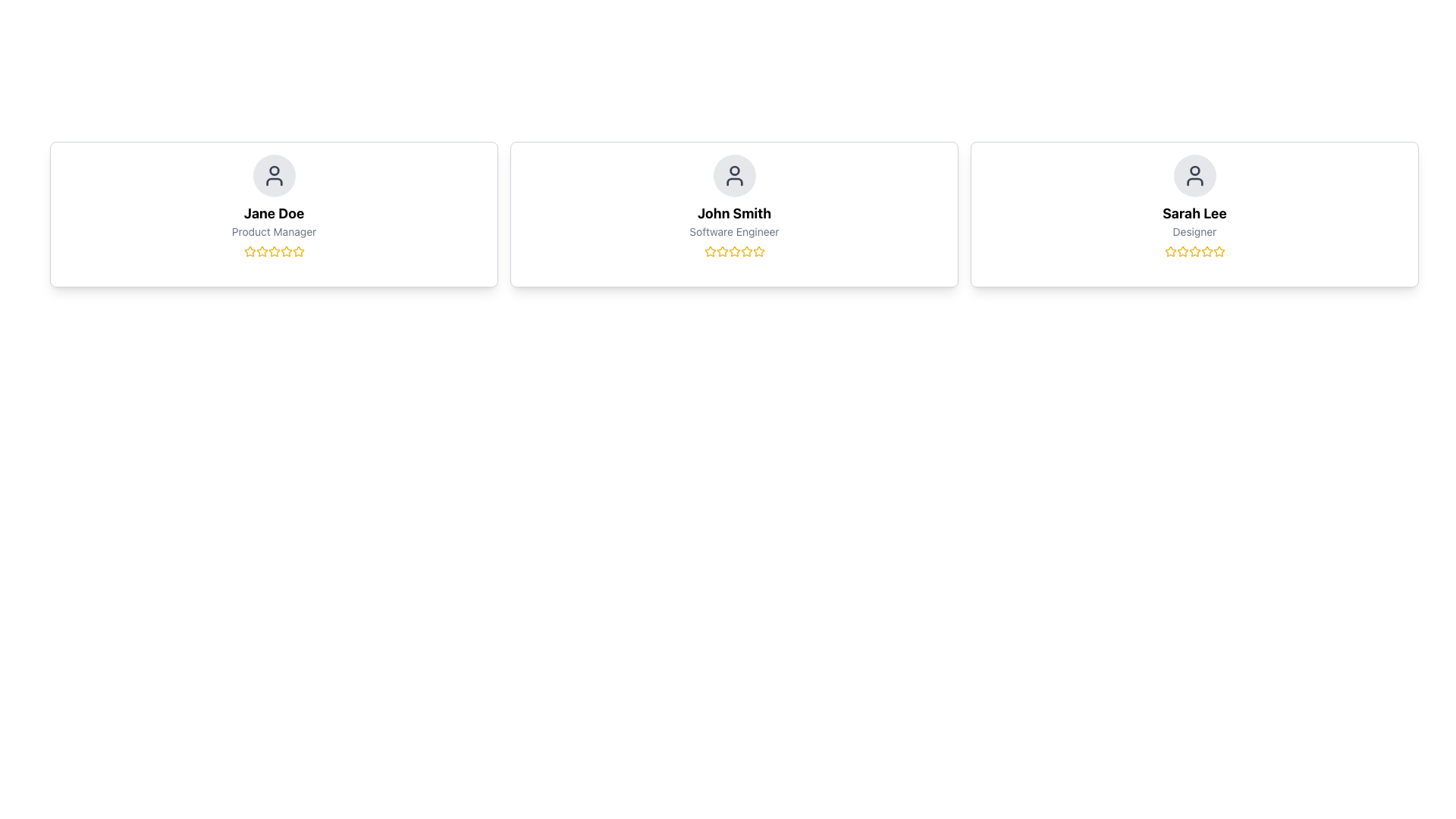 Image resolution: width=1456 pixels, height=819 pixels. What do you see at coordinates (1181, 250) in the screenshot?
I see `the third star in the 5-star rating system located below the name 'Sarah Lee' and the title 'Designer' on the profile card` at bounding box center [1181, 250].